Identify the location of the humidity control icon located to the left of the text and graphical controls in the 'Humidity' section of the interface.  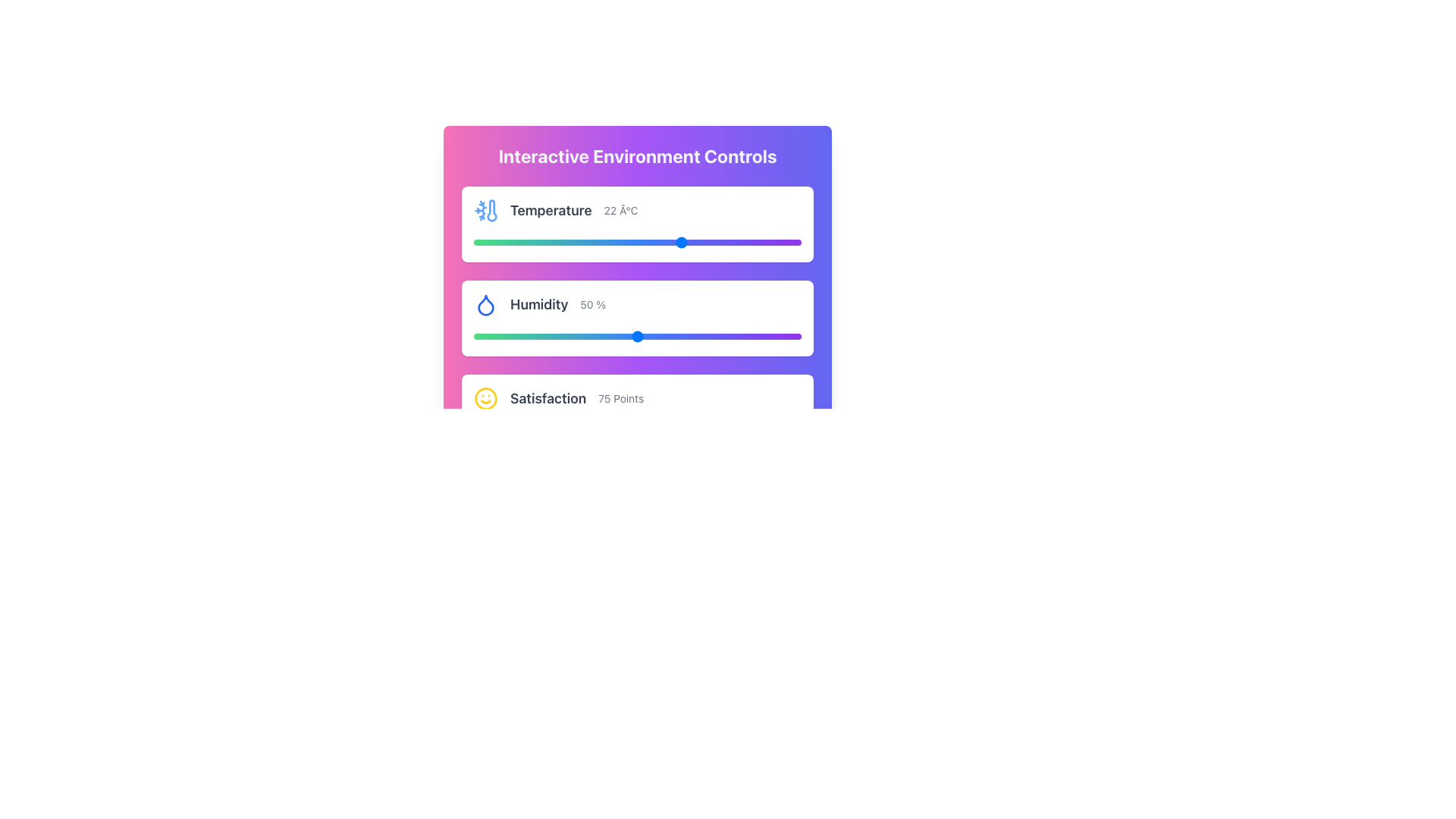
(486, 304).